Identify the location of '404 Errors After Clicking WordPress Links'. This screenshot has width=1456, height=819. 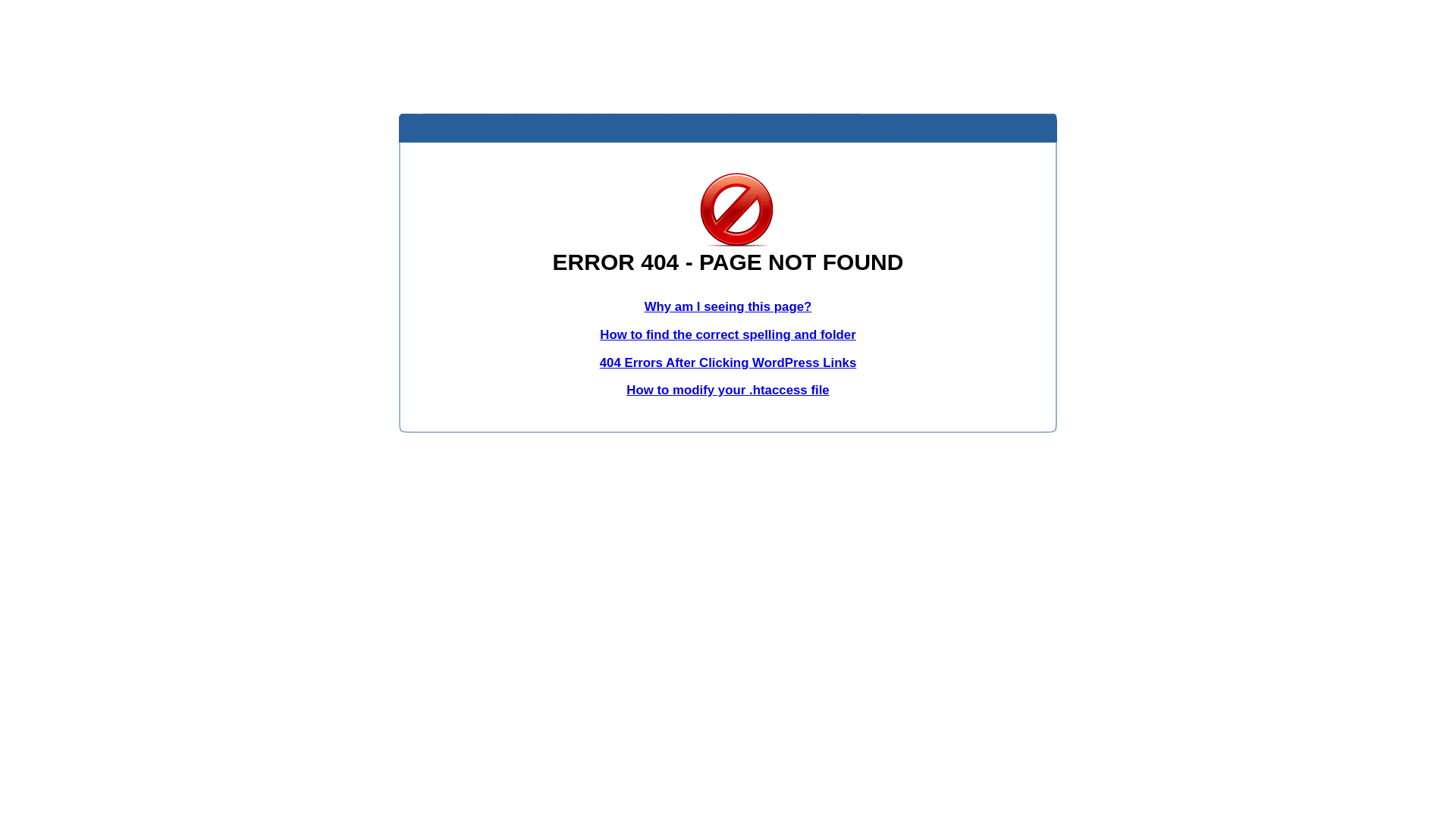
(728, 362).